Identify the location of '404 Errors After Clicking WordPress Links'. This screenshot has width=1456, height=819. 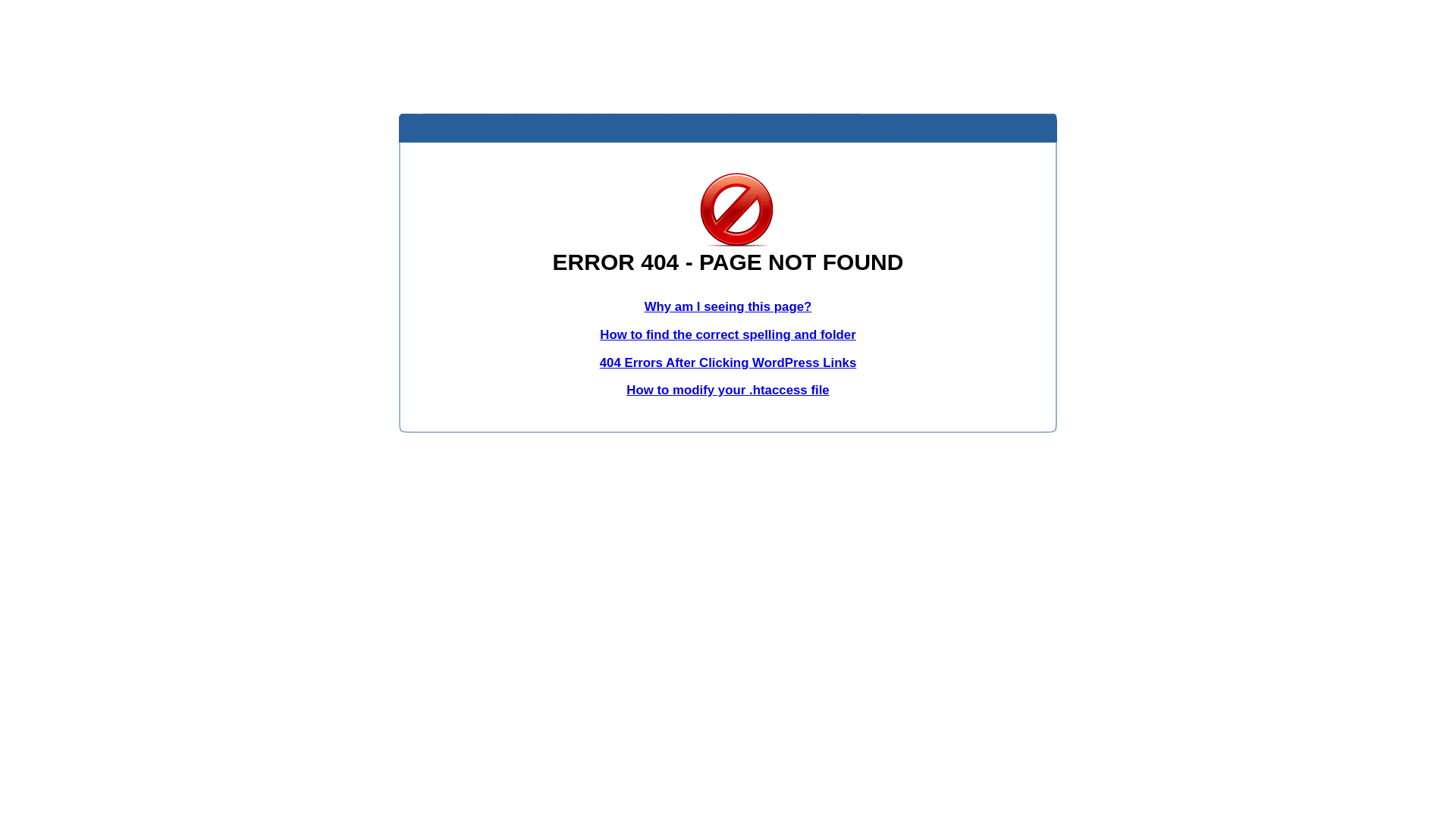
(728, 362).